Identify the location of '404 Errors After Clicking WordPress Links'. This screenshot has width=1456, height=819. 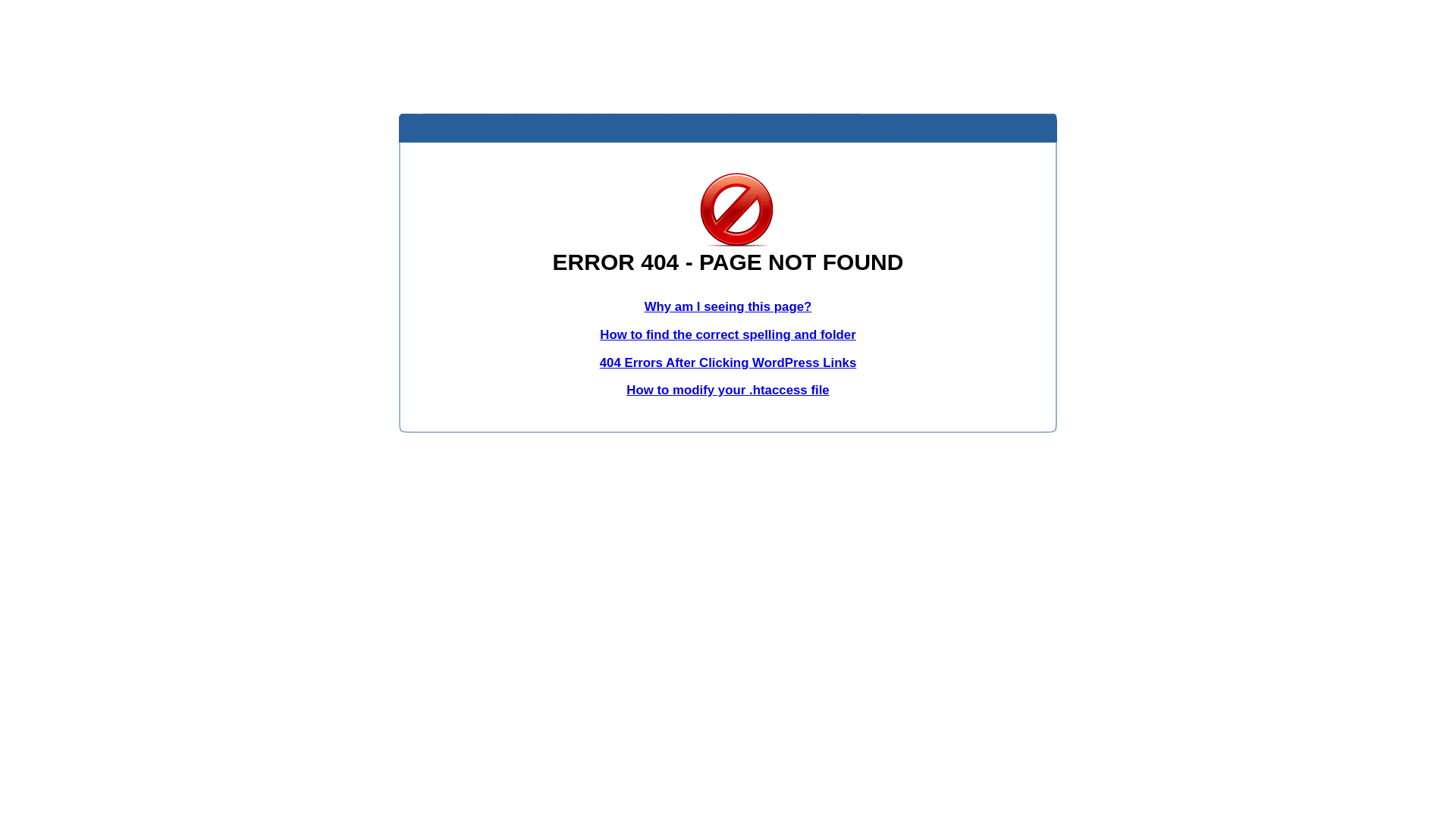
(728, 362).